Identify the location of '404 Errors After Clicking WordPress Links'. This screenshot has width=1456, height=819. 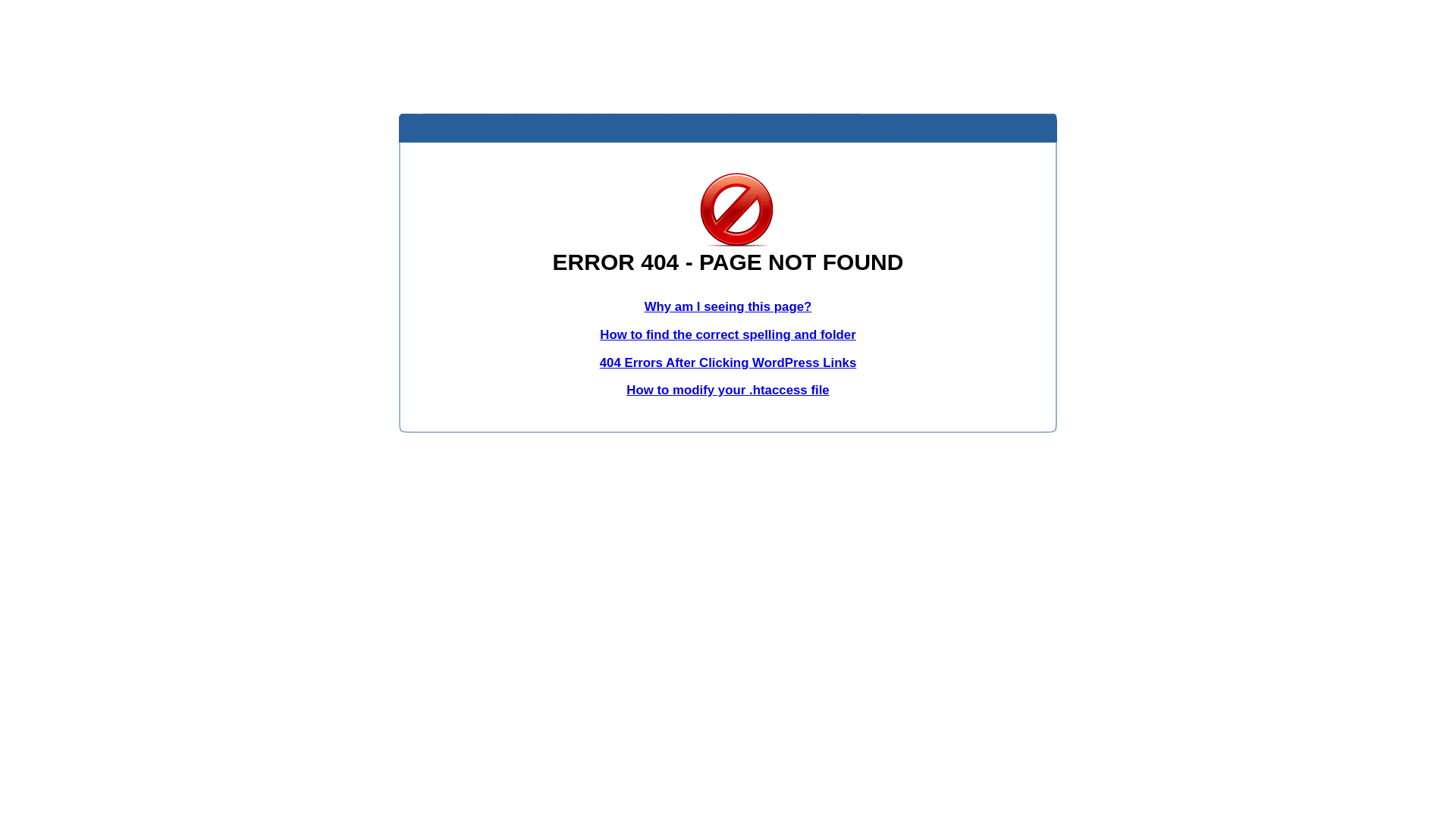
(728, 362).